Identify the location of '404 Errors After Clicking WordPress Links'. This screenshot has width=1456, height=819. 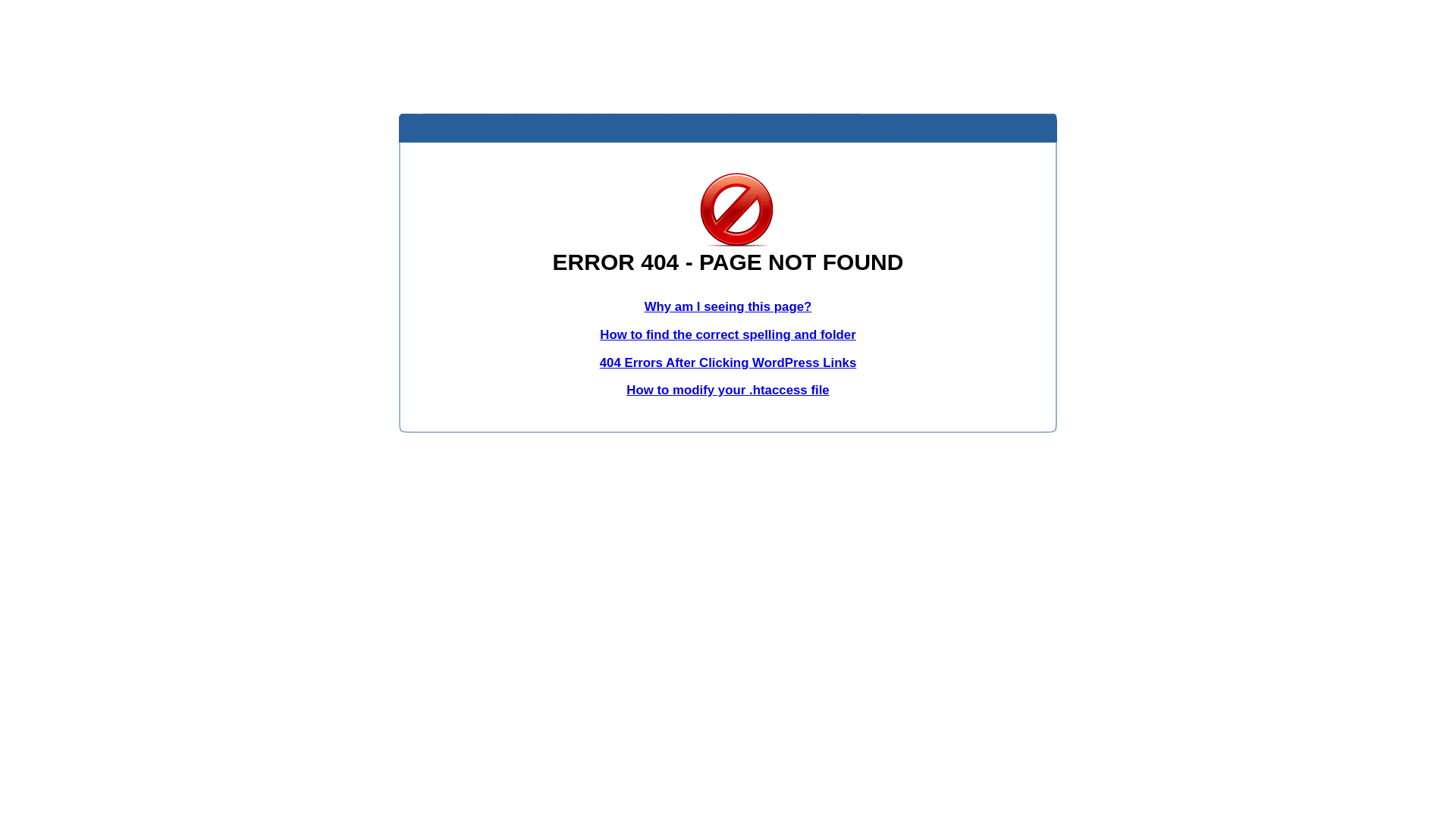
(728, 362).